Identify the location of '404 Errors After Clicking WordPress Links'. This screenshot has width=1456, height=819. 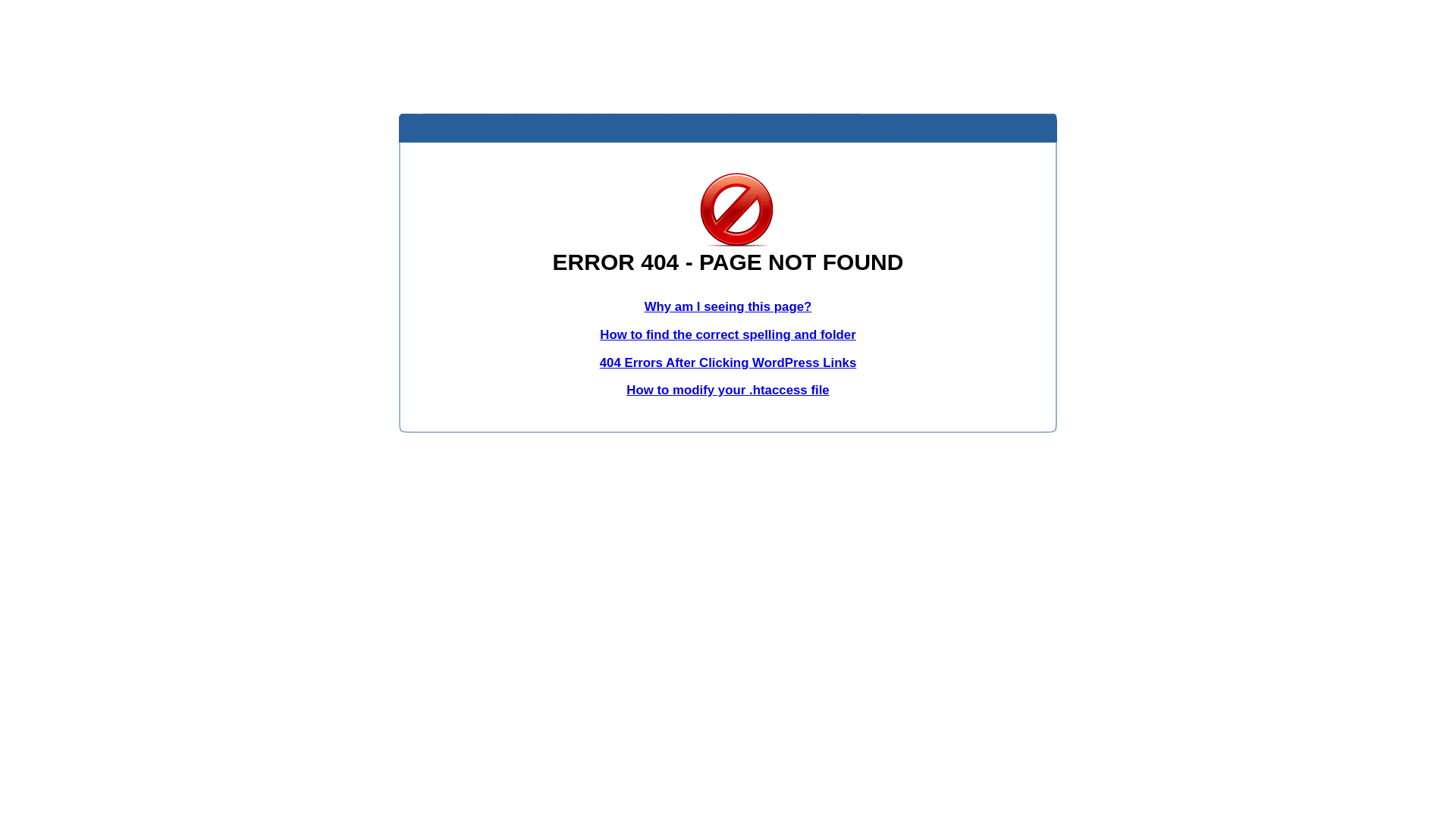
(728, 362).